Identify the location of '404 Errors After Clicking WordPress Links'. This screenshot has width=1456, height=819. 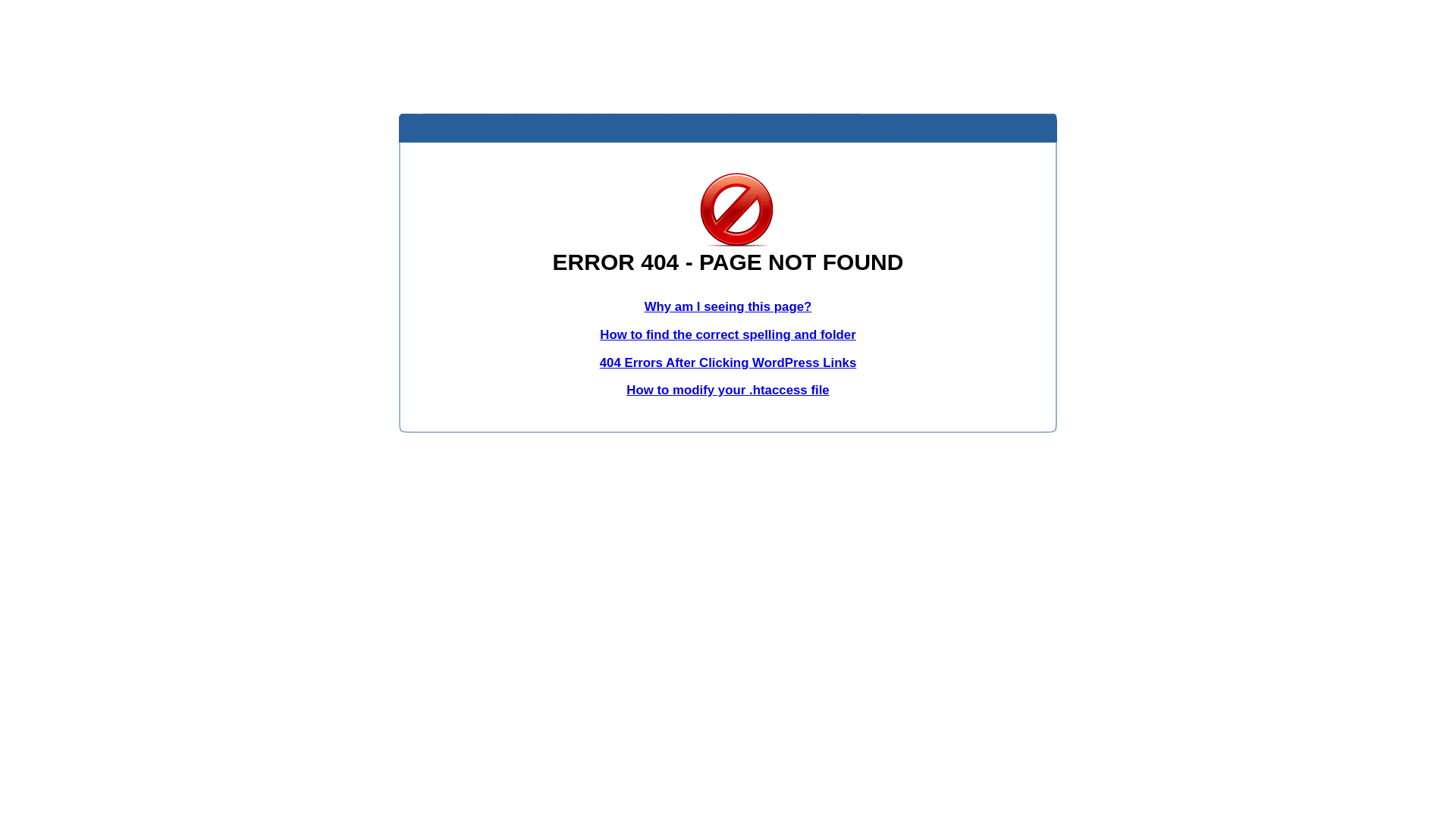
(728, 362).